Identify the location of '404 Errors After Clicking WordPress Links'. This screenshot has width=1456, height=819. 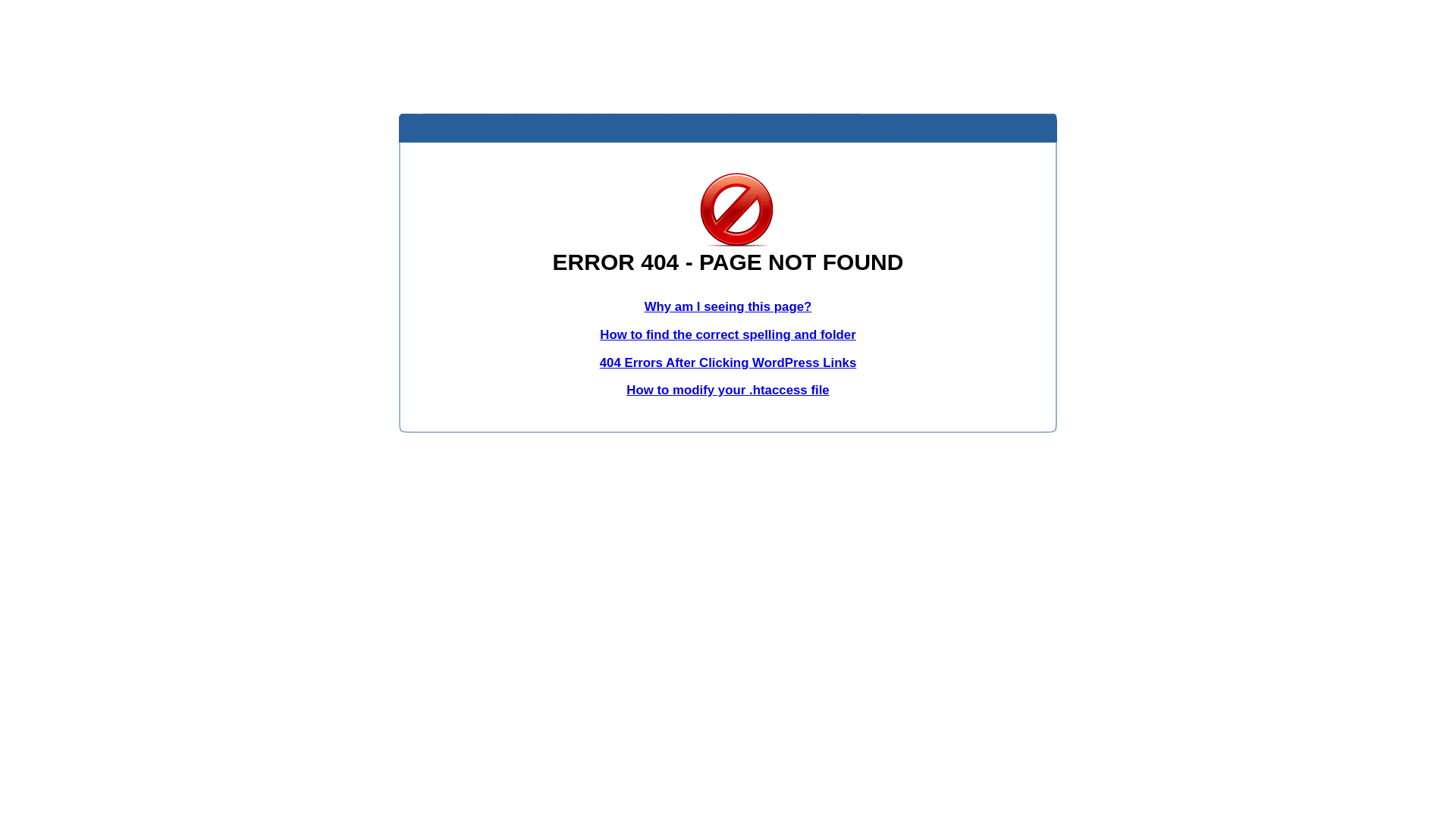
(728, 362).